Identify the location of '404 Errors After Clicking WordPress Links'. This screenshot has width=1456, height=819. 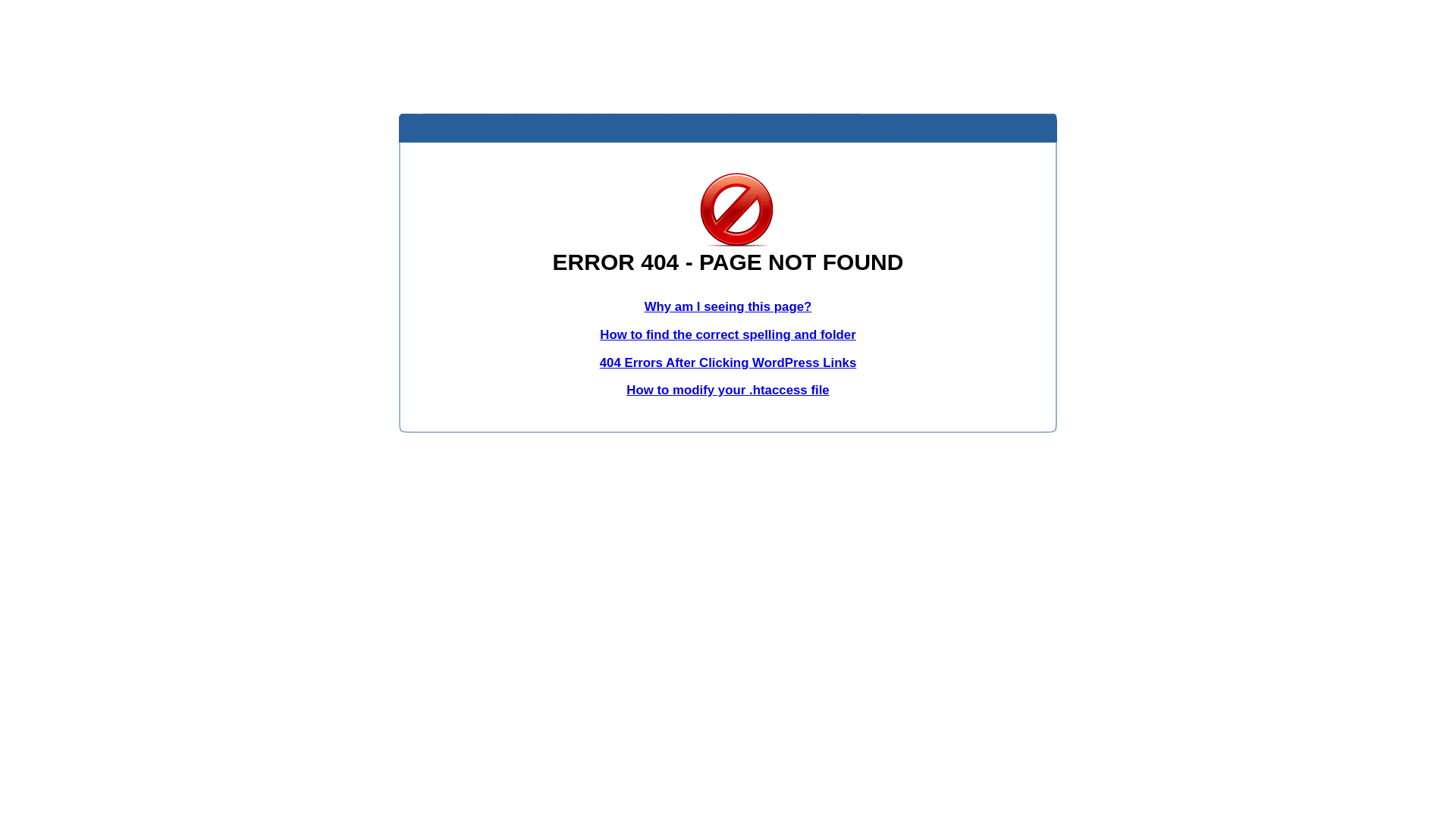
(728, 362).